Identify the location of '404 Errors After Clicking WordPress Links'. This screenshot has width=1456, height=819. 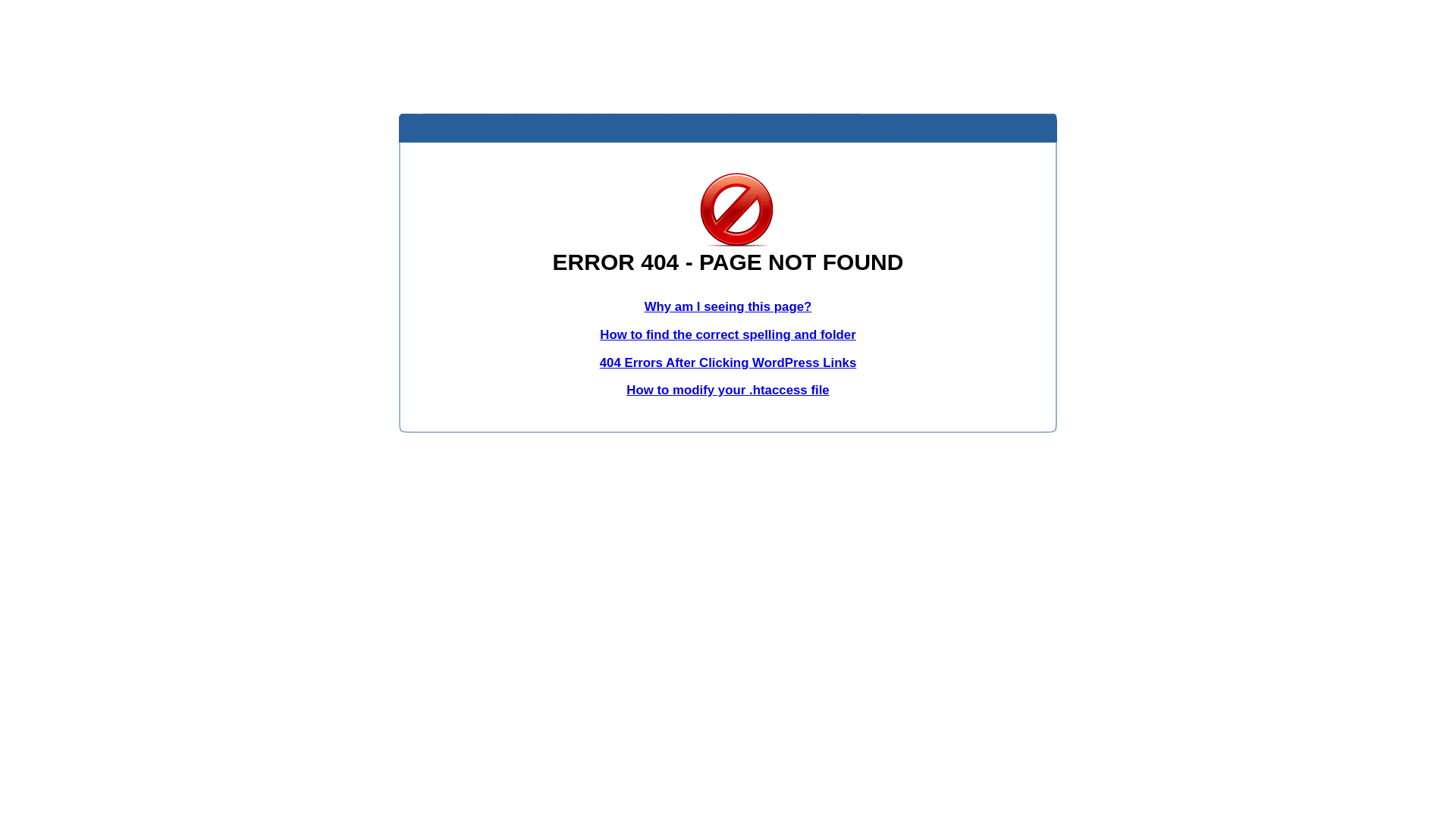
(728, 362).